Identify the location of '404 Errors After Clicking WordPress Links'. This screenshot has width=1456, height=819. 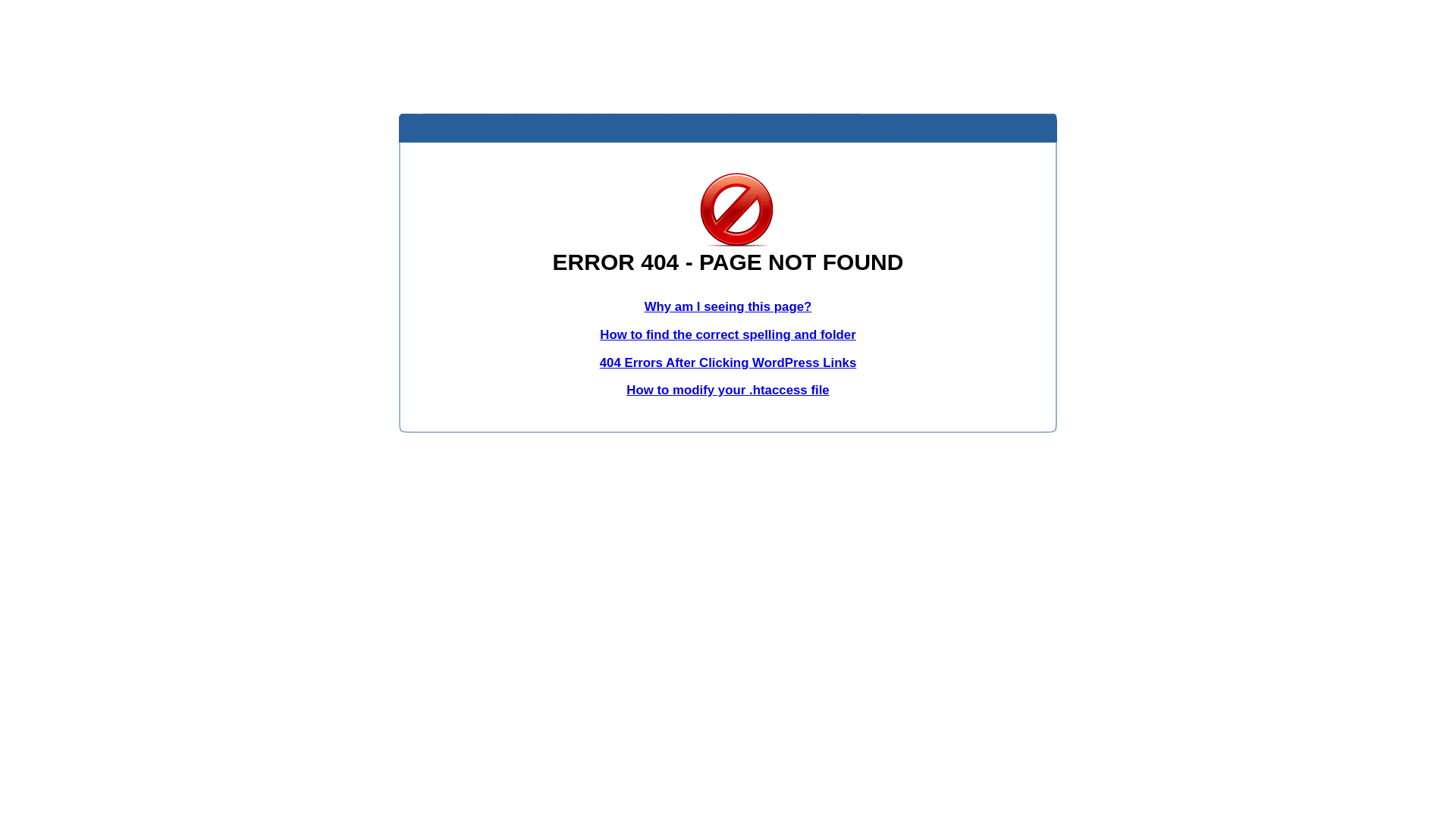
(728, 362).